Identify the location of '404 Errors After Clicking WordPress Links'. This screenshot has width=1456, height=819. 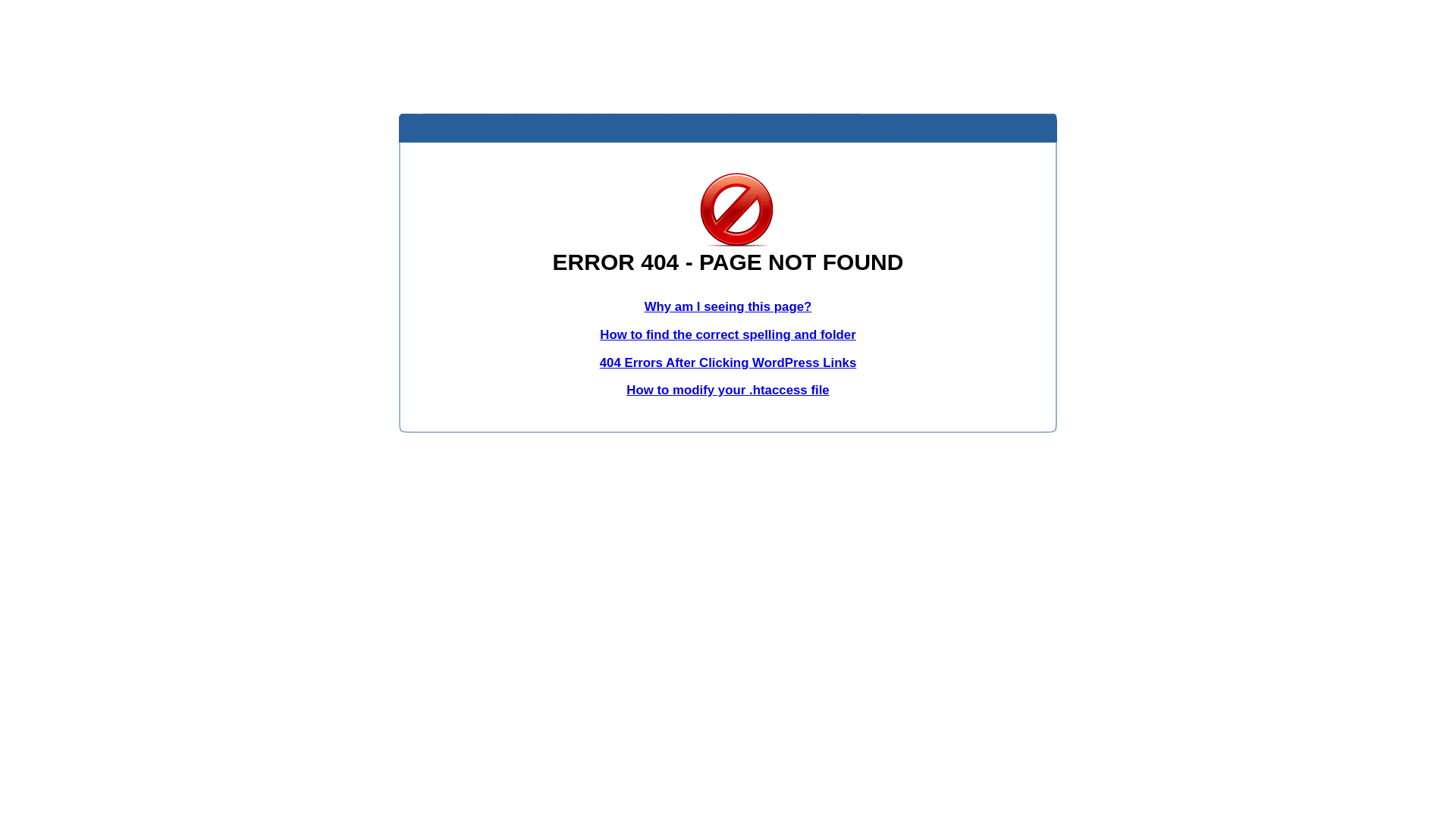
(728, 362).